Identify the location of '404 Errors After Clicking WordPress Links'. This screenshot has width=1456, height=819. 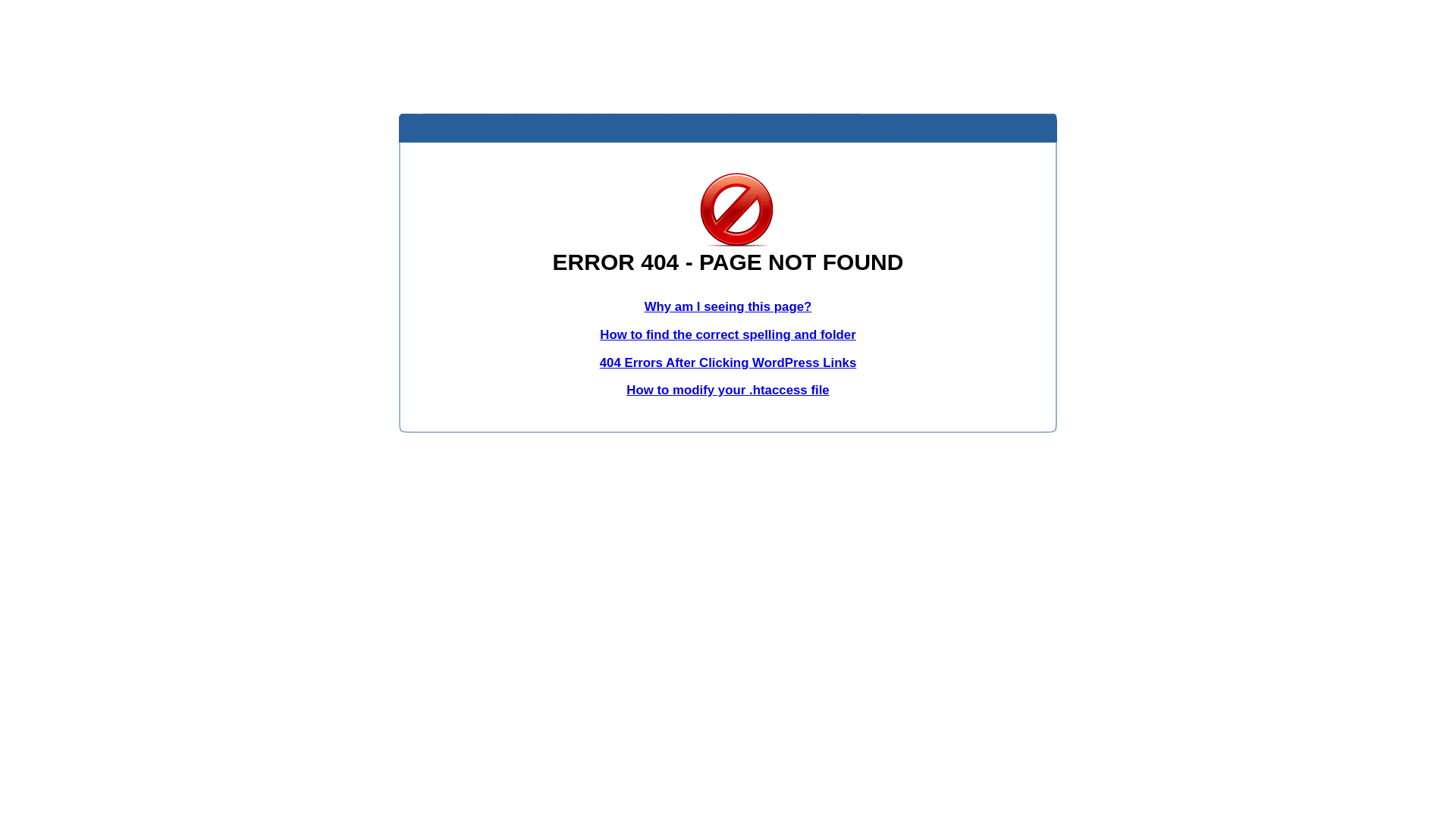
(728, 362).